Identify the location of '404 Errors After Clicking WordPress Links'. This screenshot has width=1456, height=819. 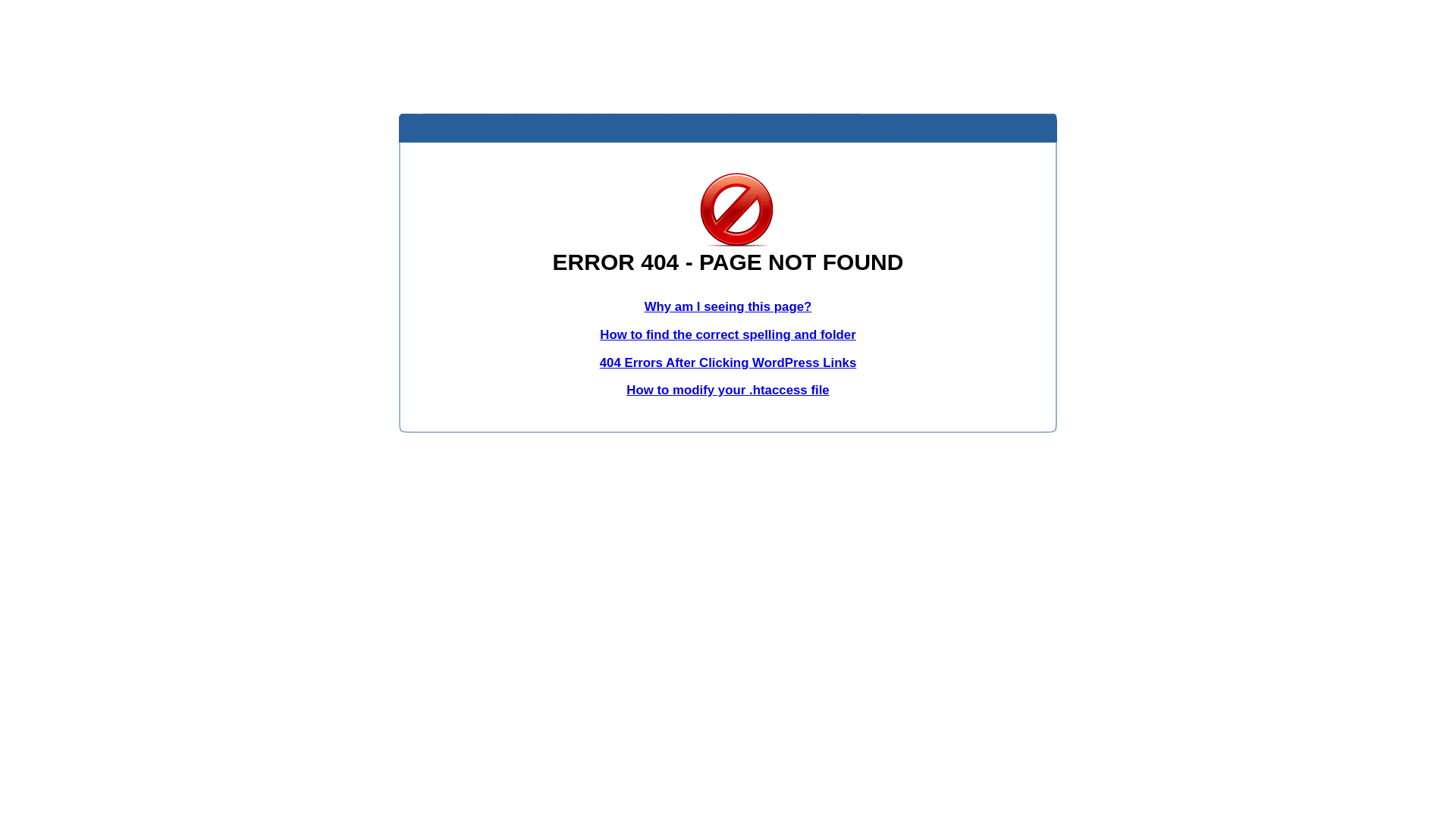
(728, 362).